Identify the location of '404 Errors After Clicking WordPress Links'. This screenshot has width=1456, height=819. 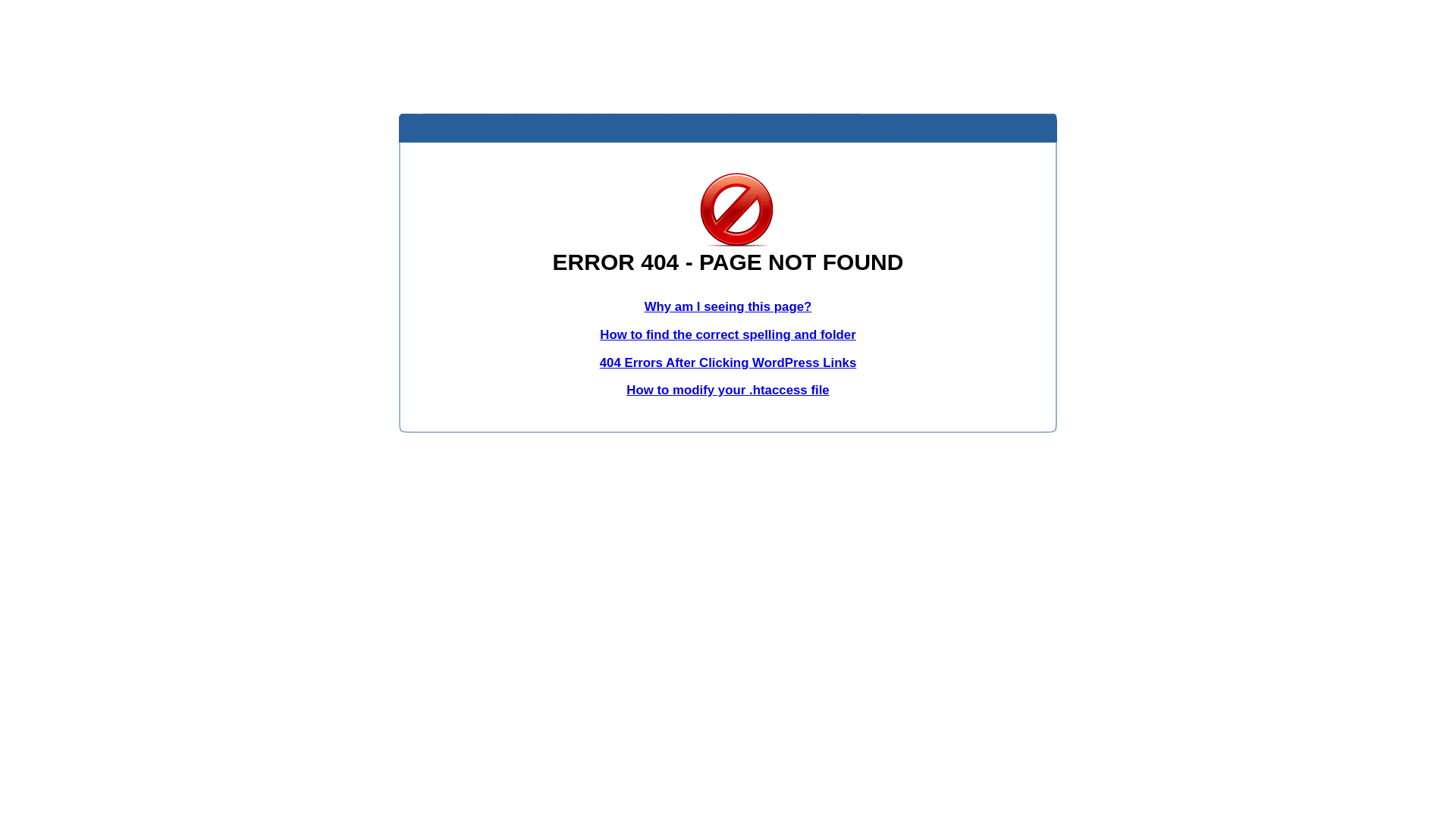
(728, 362).